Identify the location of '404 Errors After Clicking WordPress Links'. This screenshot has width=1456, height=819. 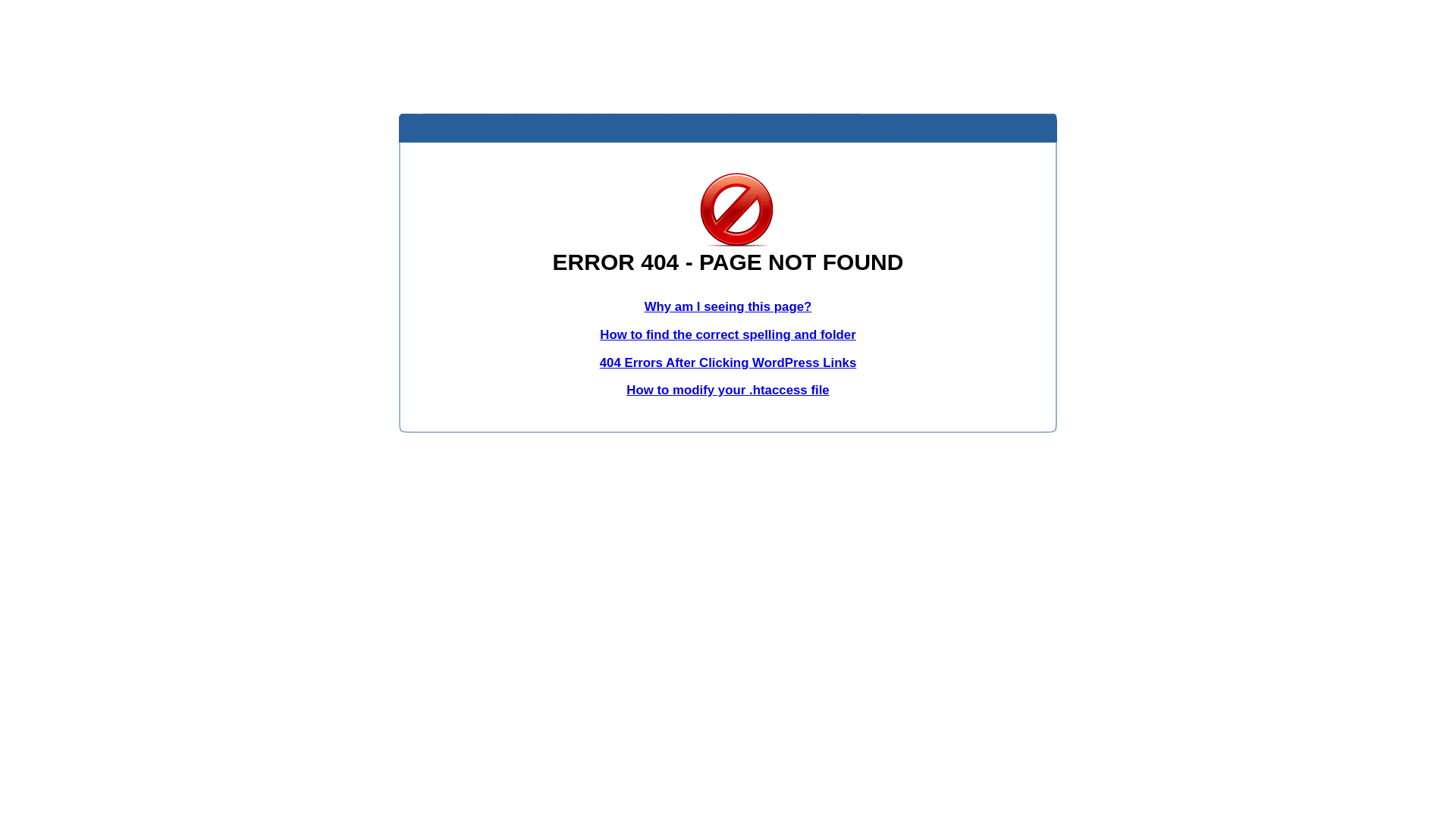
(728, 362).